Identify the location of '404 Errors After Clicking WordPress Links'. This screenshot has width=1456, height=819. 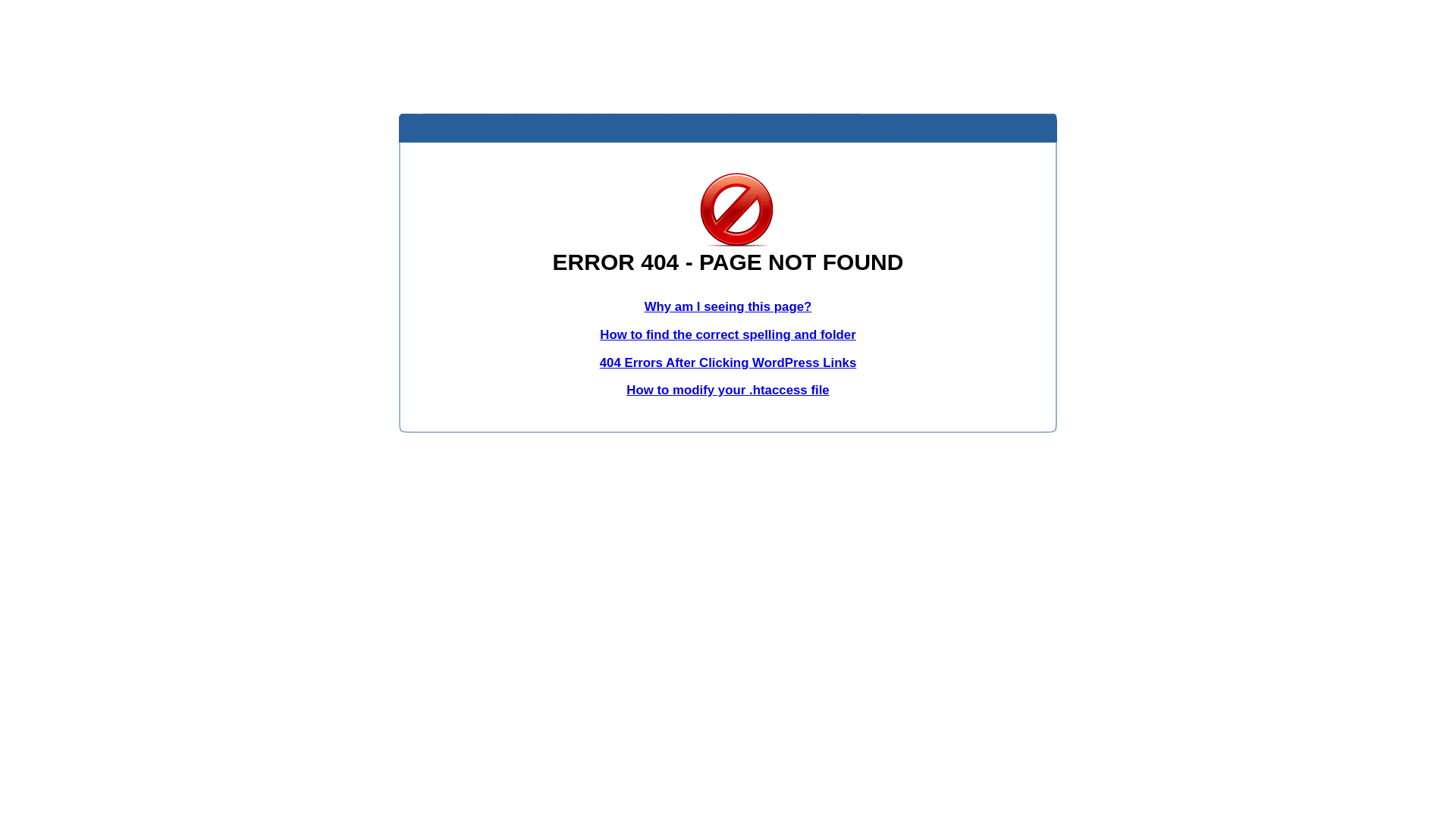
(728, 362).